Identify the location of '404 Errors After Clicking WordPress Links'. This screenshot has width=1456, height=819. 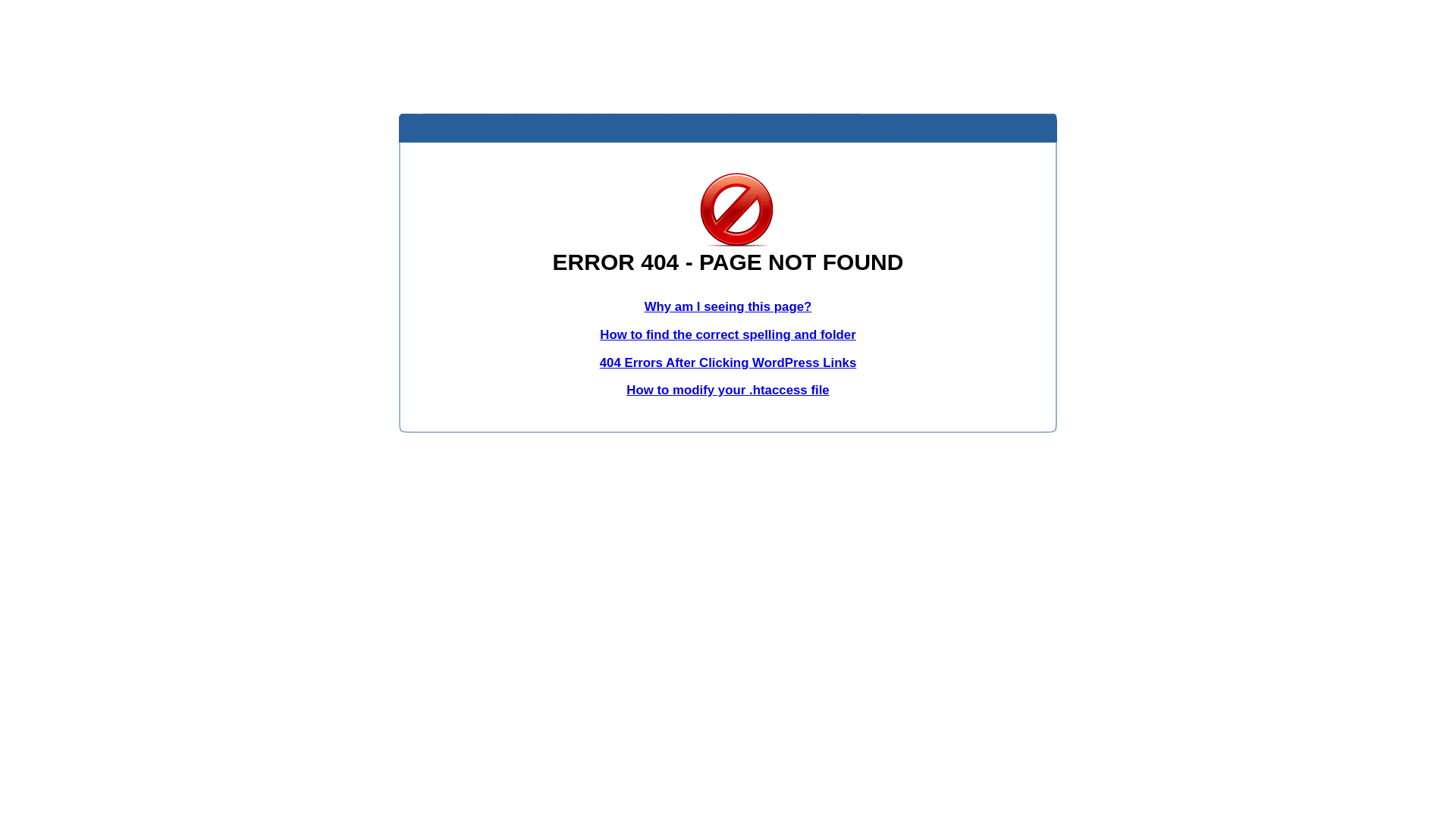
(728, 362).